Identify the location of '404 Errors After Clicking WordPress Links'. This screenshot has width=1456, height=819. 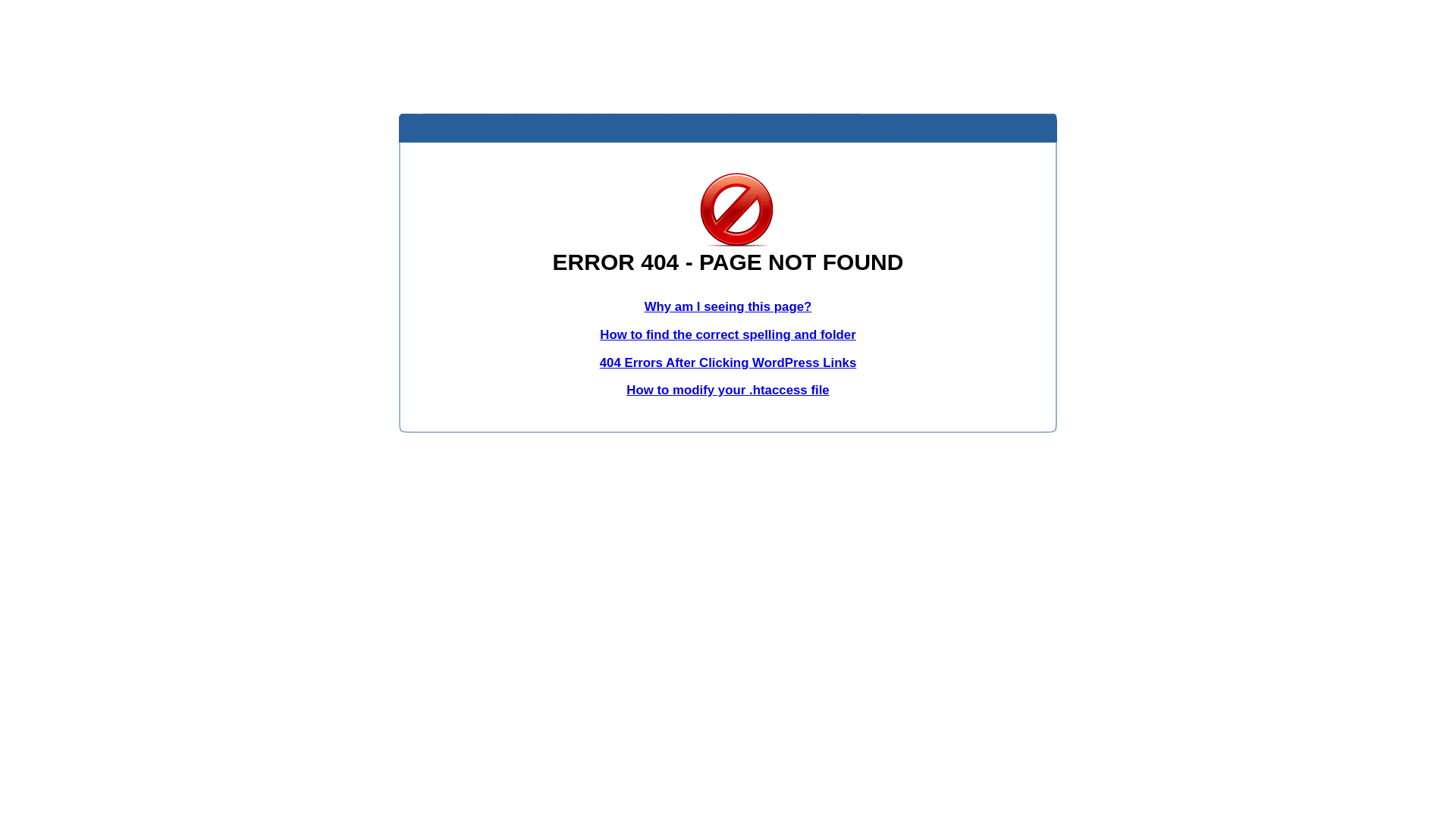
(728, 362).